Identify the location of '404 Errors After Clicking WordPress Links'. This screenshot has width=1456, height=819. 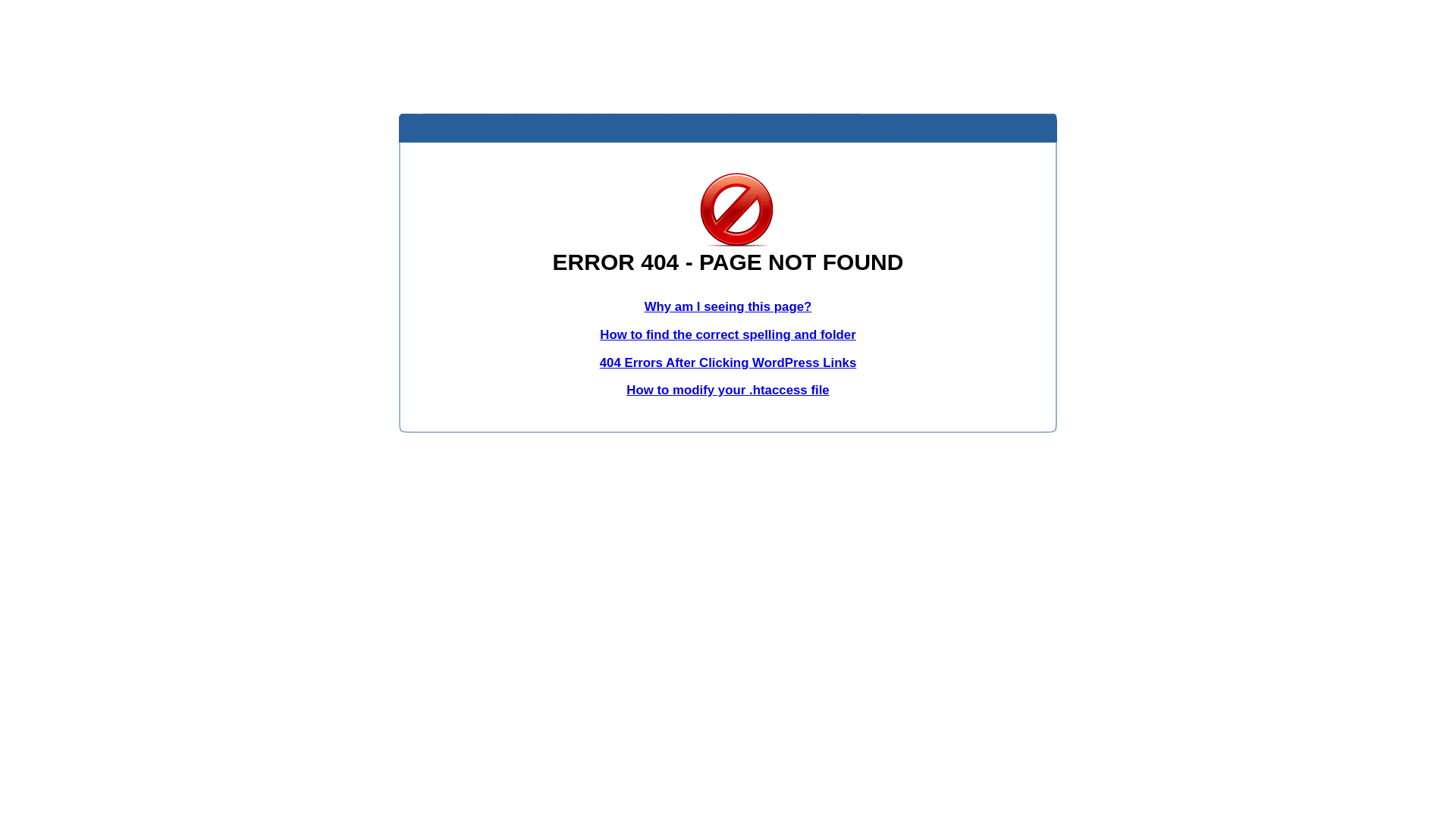
(728, 362).